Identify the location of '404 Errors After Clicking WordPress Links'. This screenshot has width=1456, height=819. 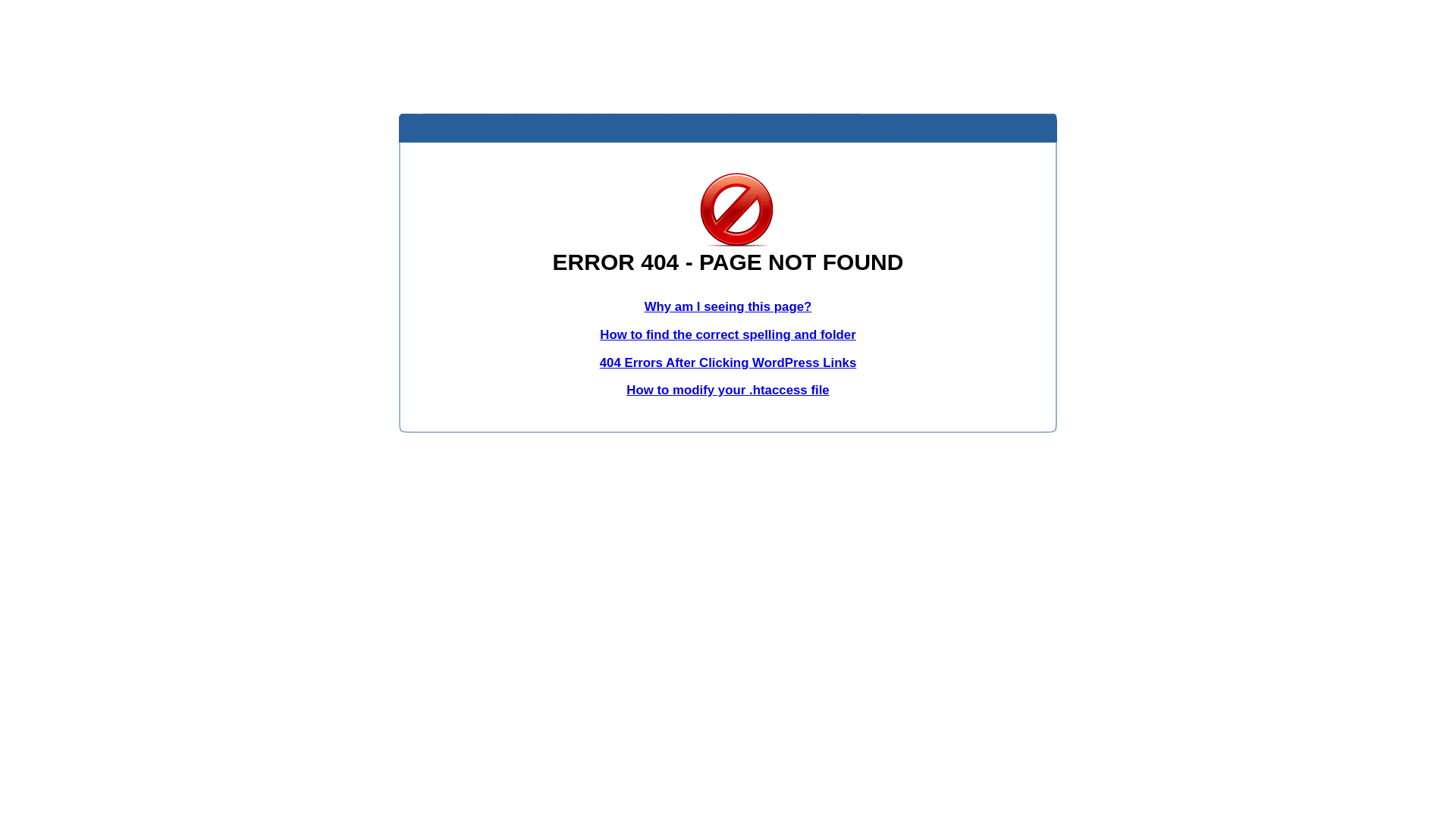
(728, 362).